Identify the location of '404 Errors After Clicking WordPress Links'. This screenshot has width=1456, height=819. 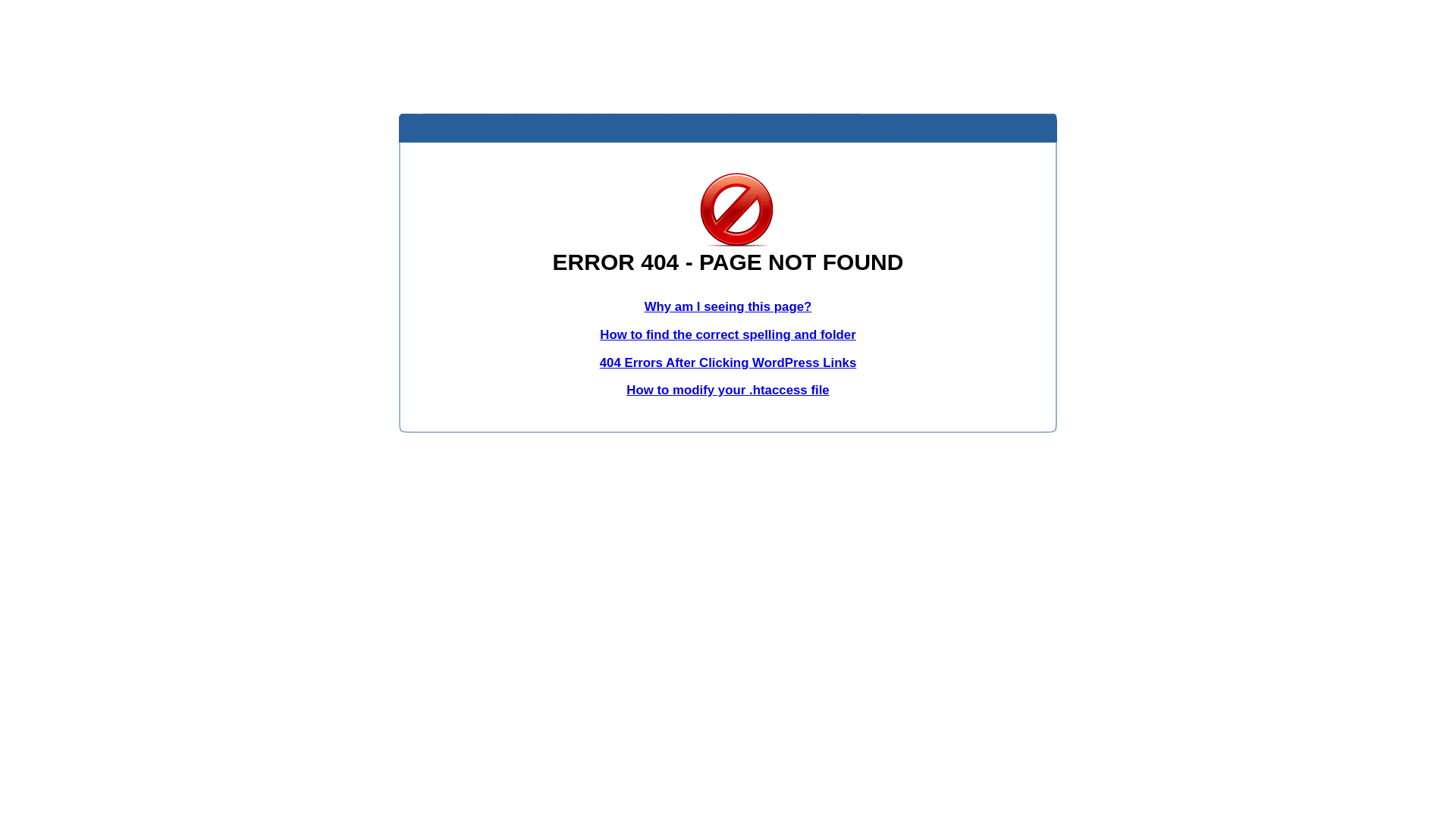
(728, 362).